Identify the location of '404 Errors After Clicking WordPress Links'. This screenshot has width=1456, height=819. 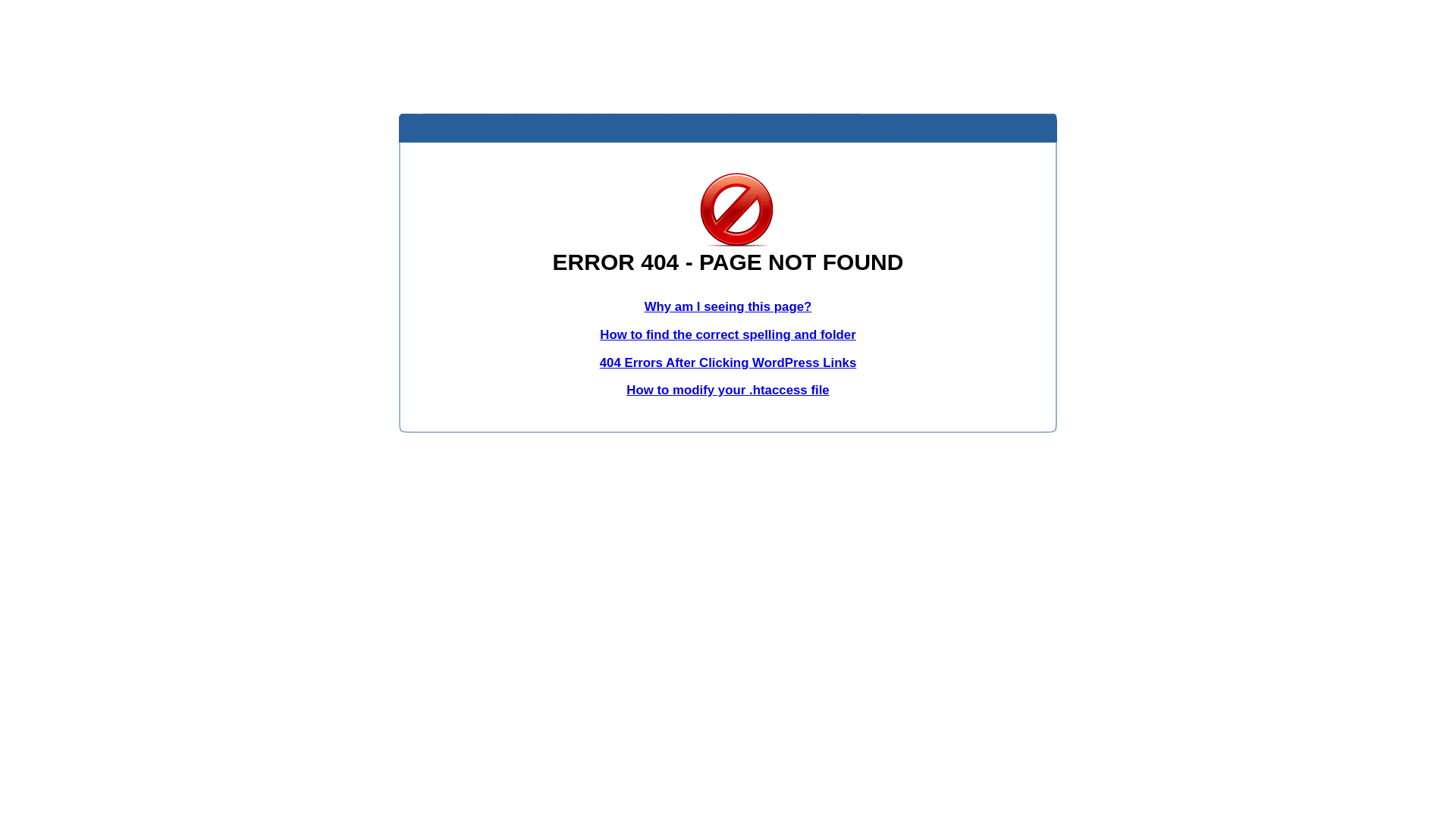
(728, 362).